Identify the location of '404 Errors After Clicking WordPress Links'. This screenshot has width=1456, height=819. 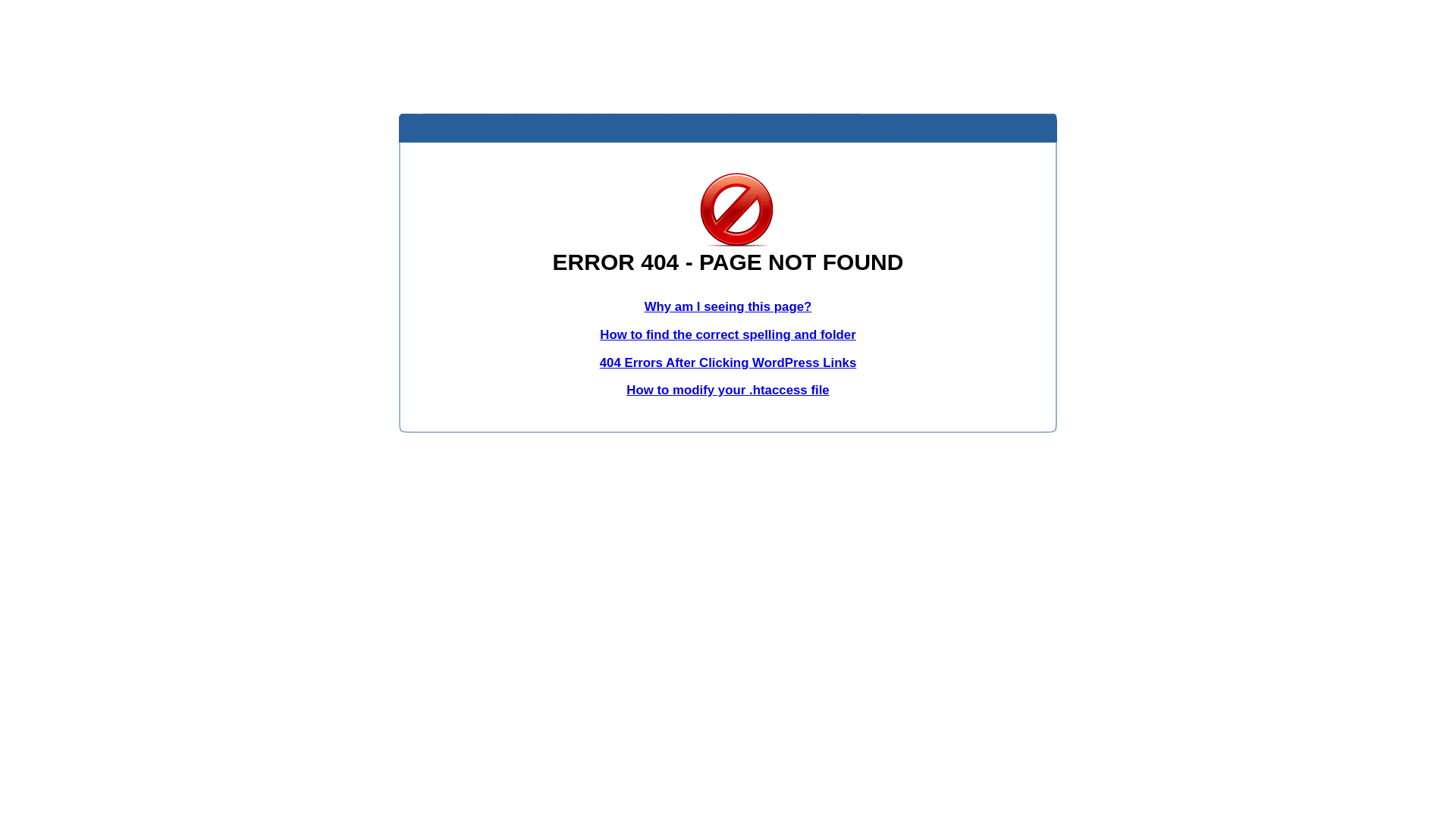
(728, 362).